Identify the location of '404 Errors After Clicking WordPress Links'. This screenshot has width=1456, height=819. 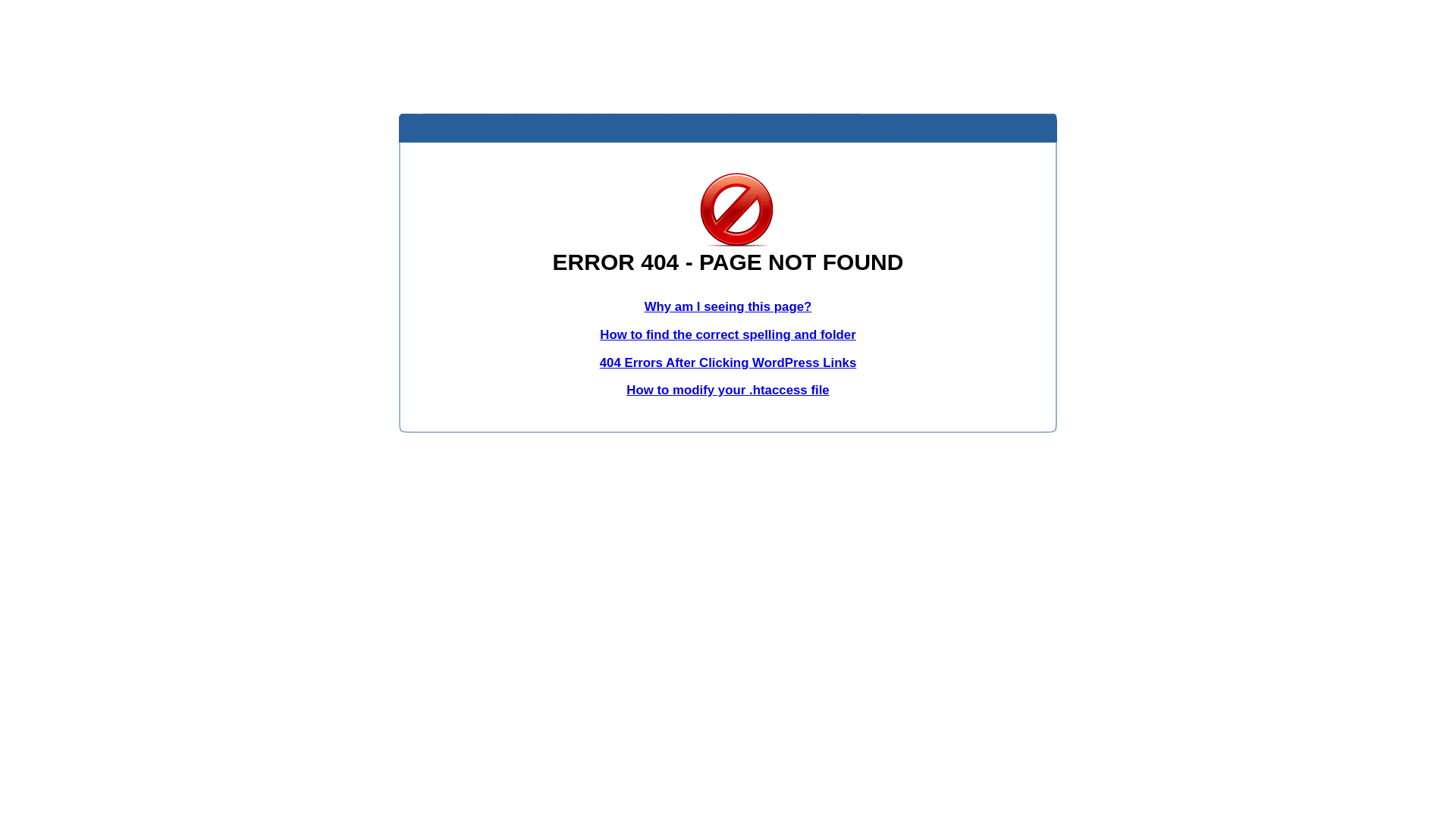
(728, 362).